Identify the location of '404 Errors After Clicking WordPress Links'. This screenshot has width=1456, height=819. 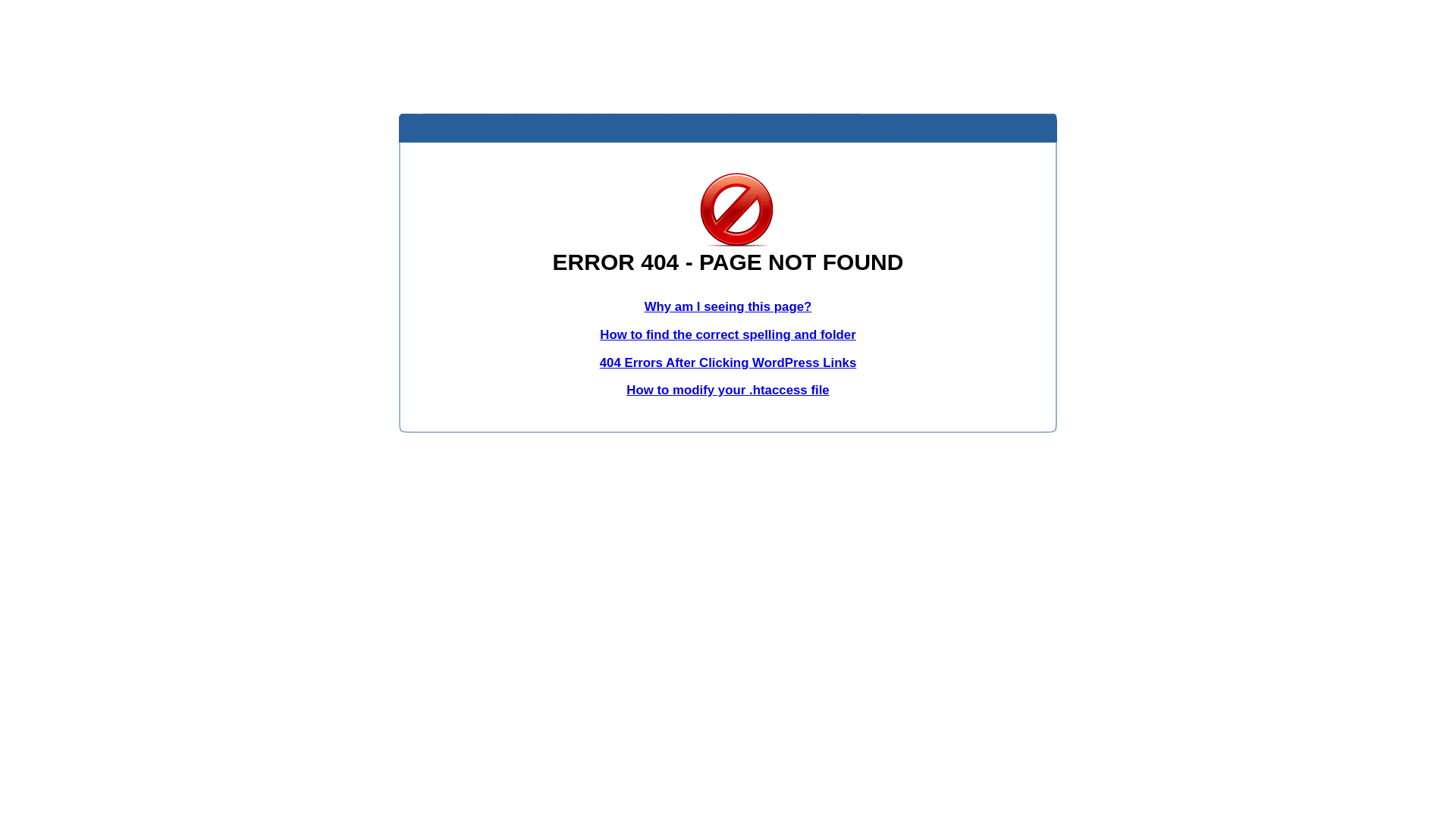
(728, 362).